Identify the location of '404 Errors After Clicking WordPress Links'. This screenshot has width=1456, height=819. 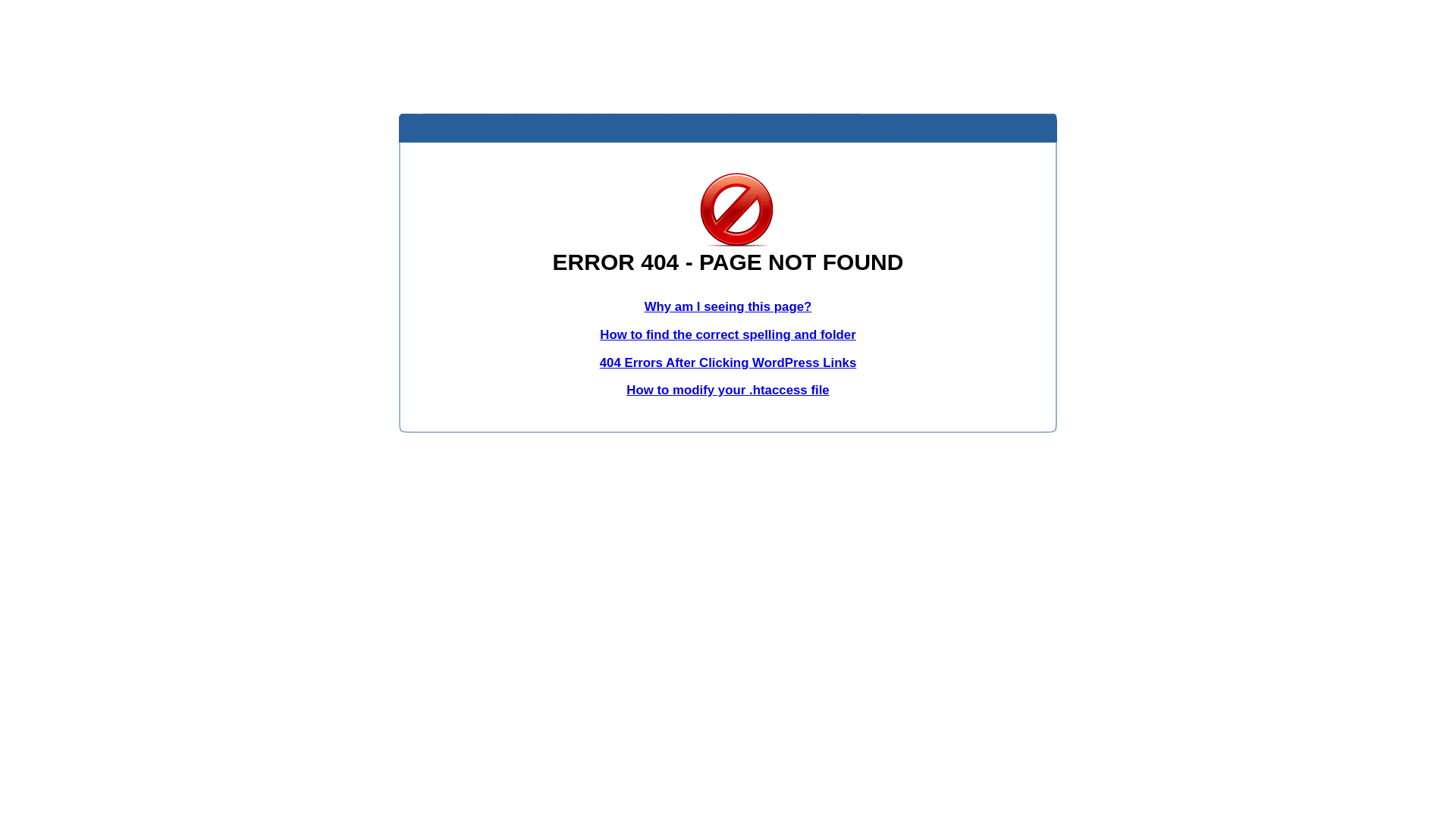
(728, 362).